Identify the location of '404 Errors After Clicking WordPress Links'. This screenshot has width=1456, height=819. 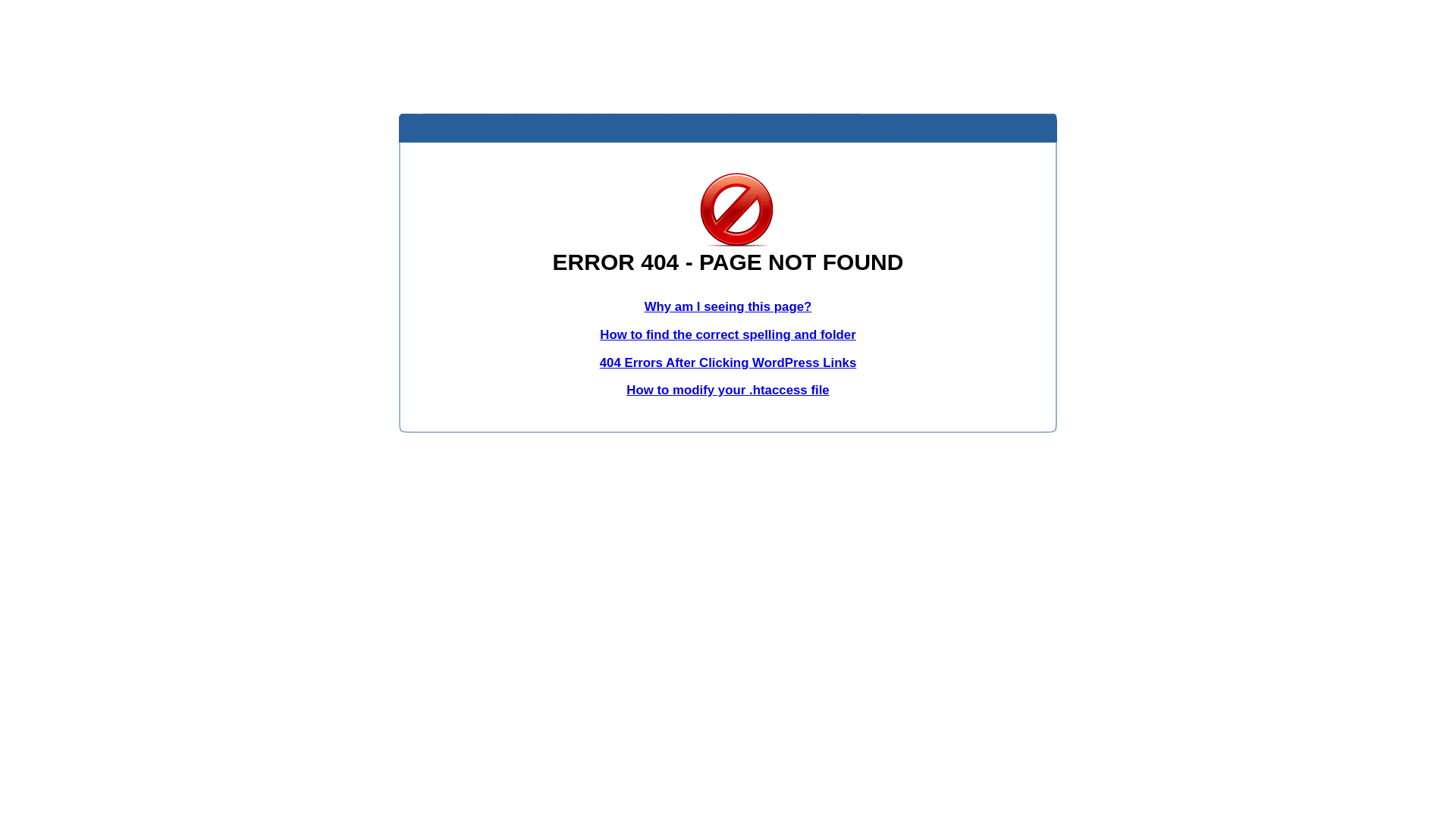
(728, 362).